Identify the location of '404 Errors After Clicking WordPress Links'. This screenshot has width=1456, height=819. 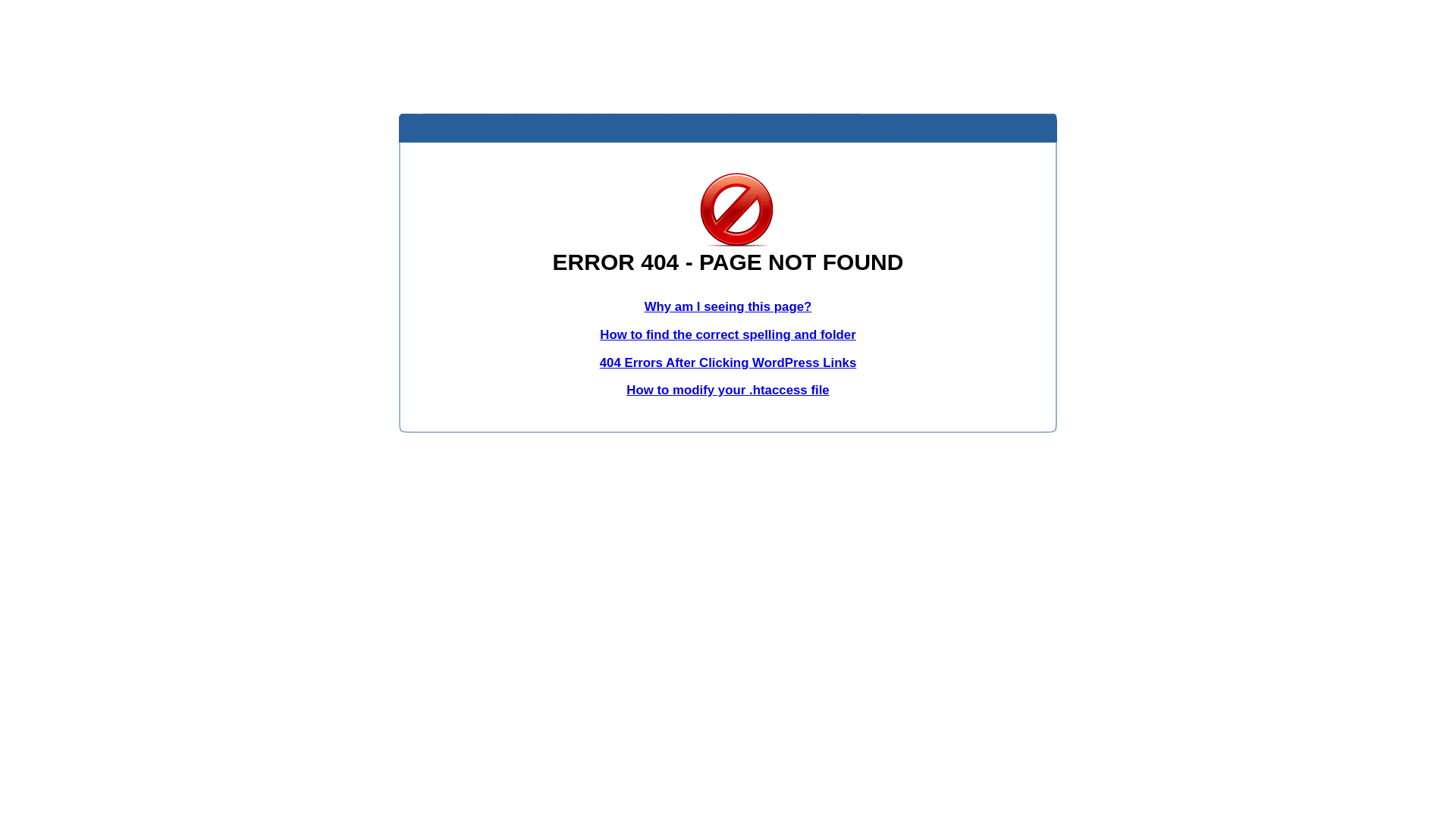
(728, 362).